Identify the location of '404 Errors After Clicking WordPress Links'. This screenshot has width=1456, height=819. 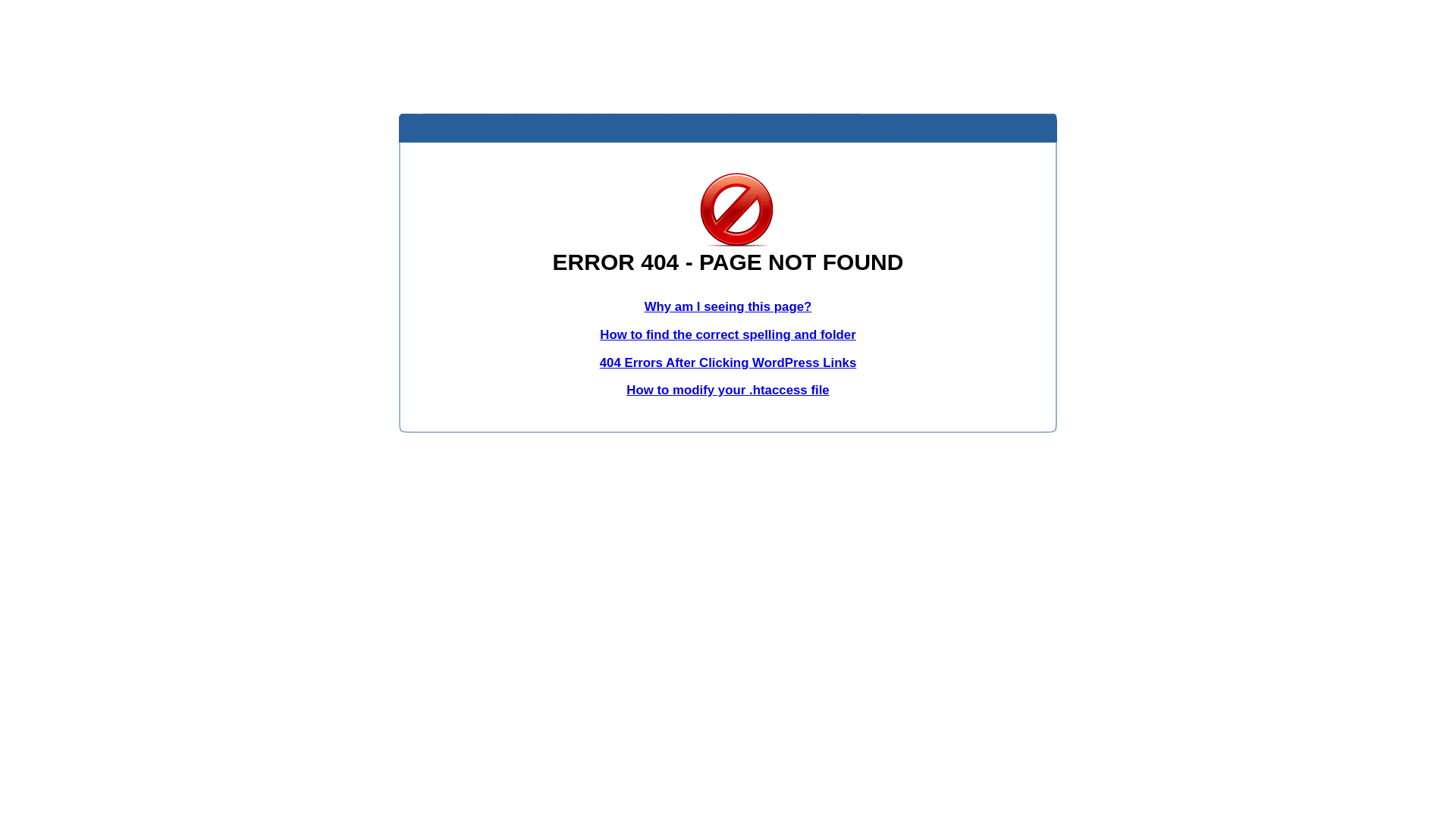
(728, 362).